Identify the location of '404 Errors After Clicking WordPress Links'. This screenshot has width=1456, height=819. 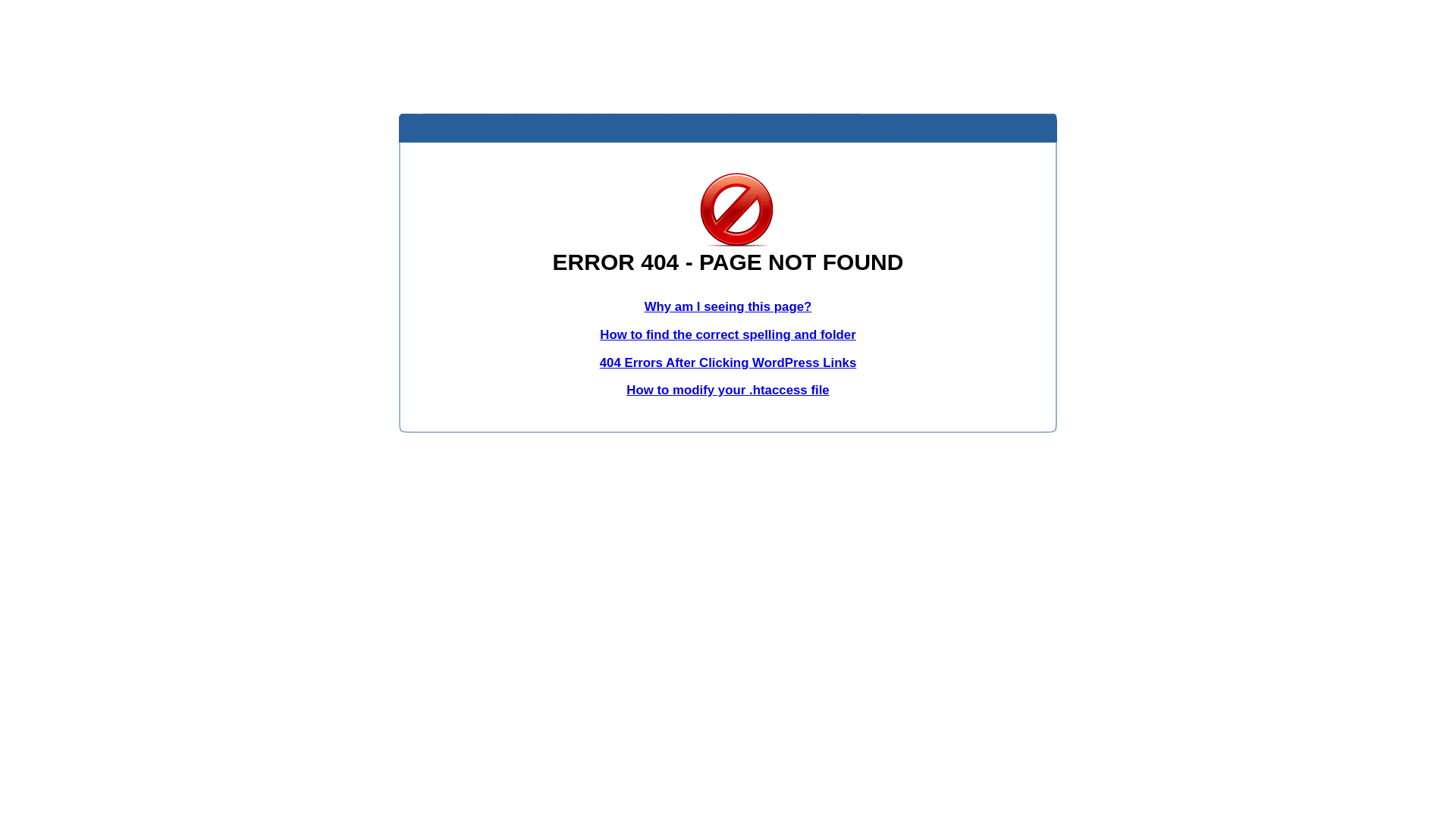
(728, 362).